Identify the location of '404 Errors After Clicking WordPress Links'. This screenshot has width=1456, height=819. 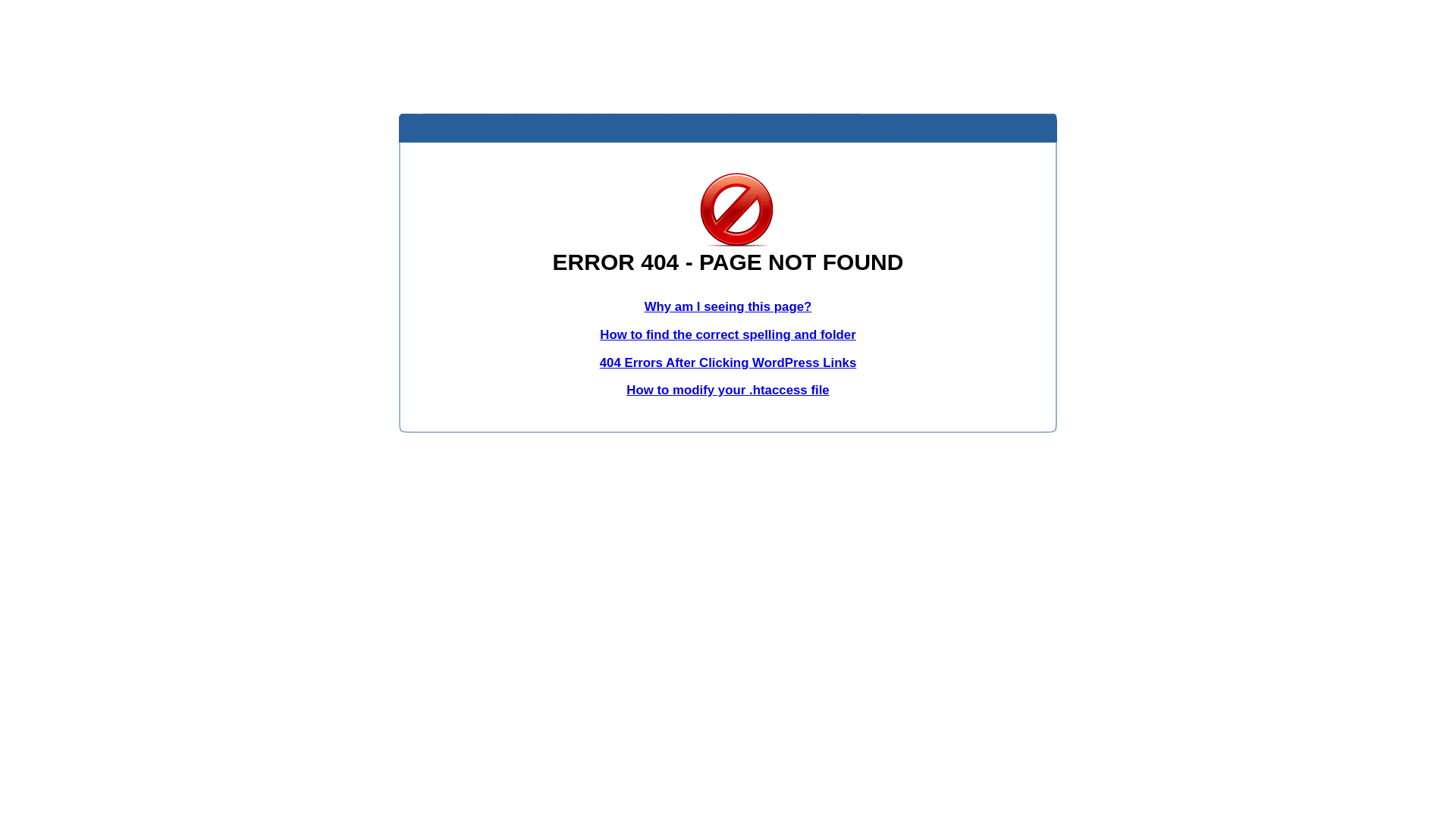
(728, 362).